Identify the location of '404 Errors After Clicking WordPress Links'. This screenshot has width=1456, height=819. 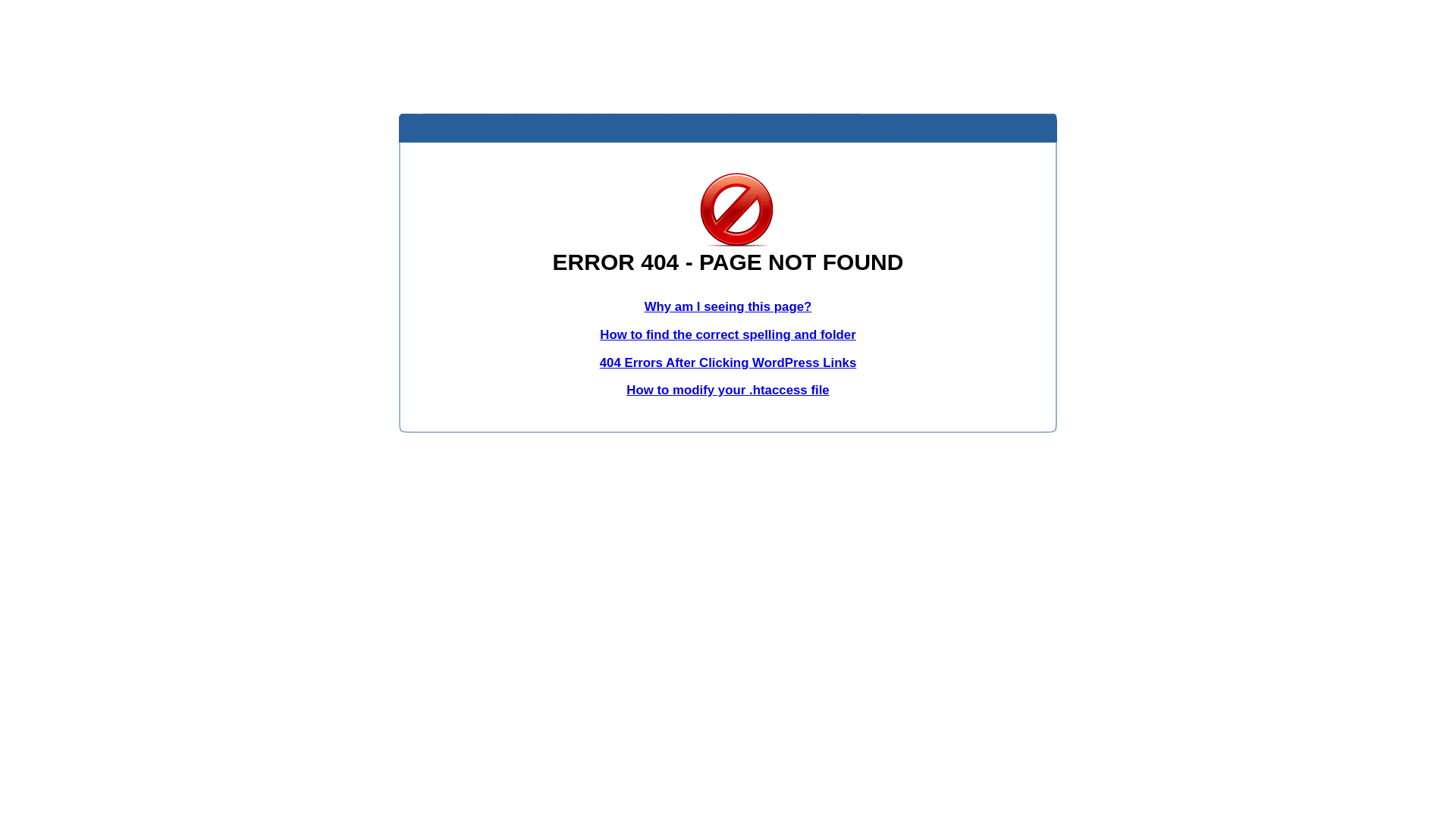
(728, 362).